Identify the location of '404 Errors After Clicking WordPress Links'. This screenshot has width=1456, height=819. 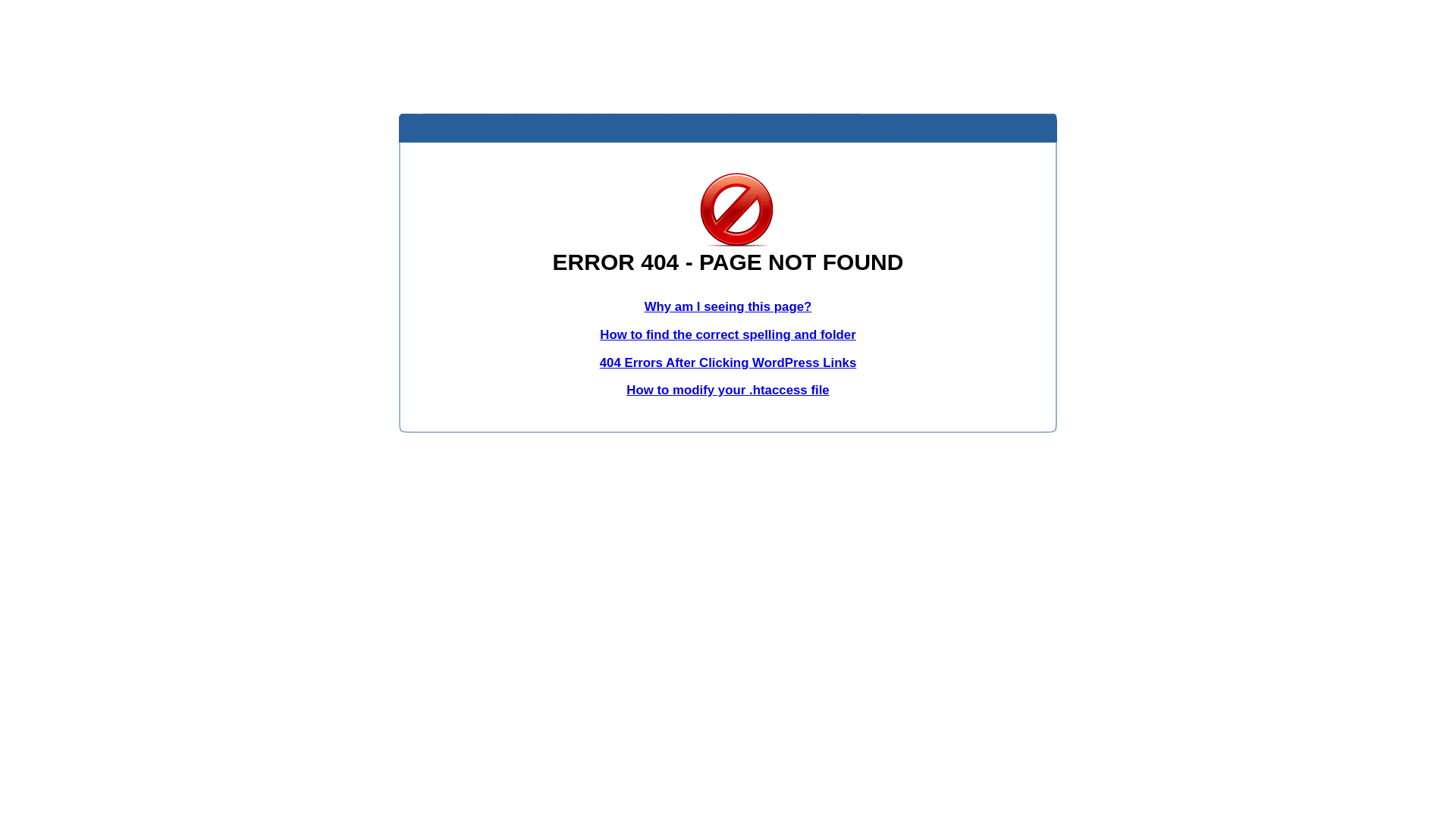
(728, 362).